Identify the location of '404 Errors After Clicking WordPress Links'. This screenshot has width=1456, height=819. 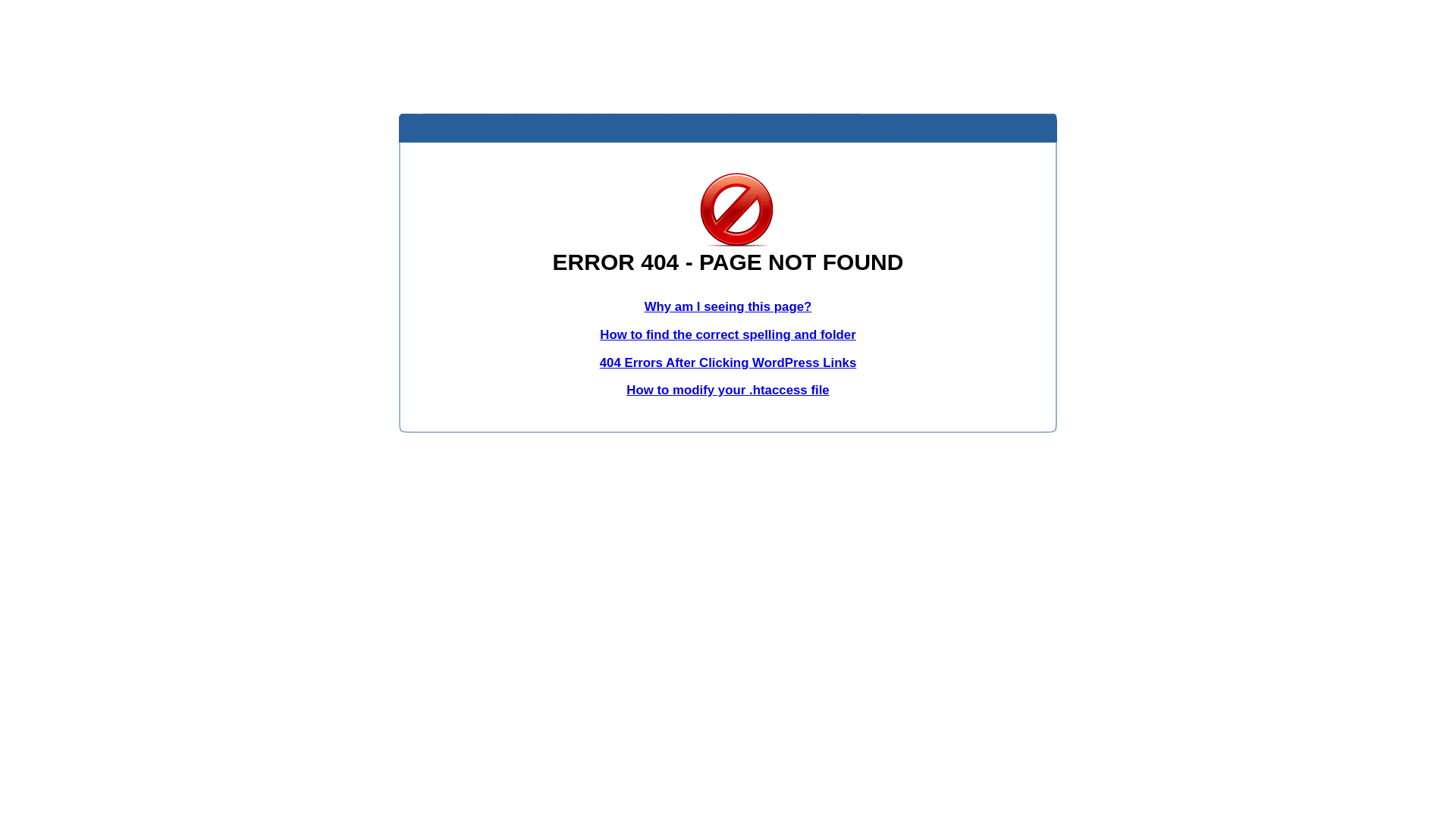
(728, 362).